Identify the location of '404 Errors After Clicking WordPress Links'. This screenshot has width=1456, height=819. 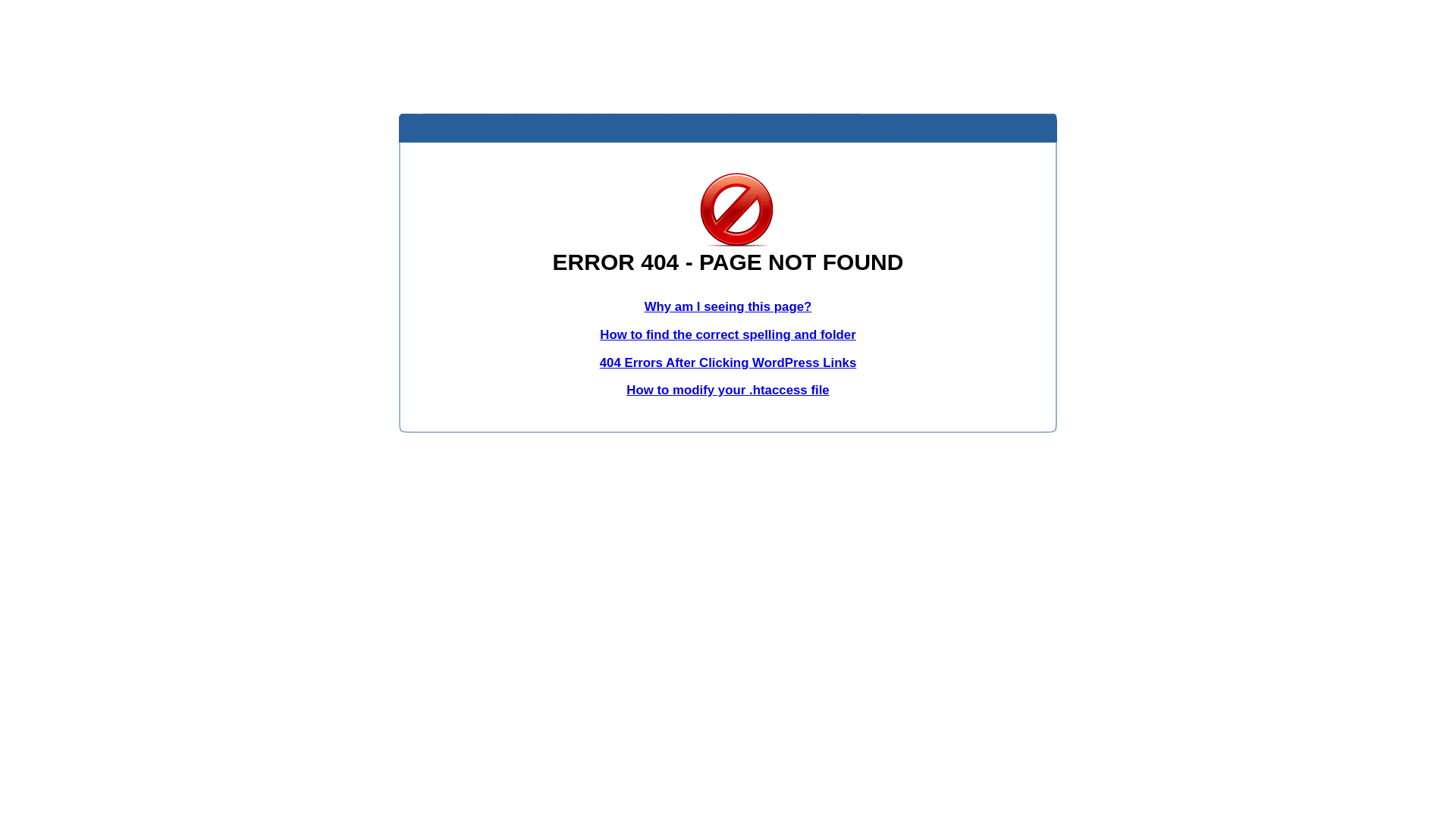
(728, 362).